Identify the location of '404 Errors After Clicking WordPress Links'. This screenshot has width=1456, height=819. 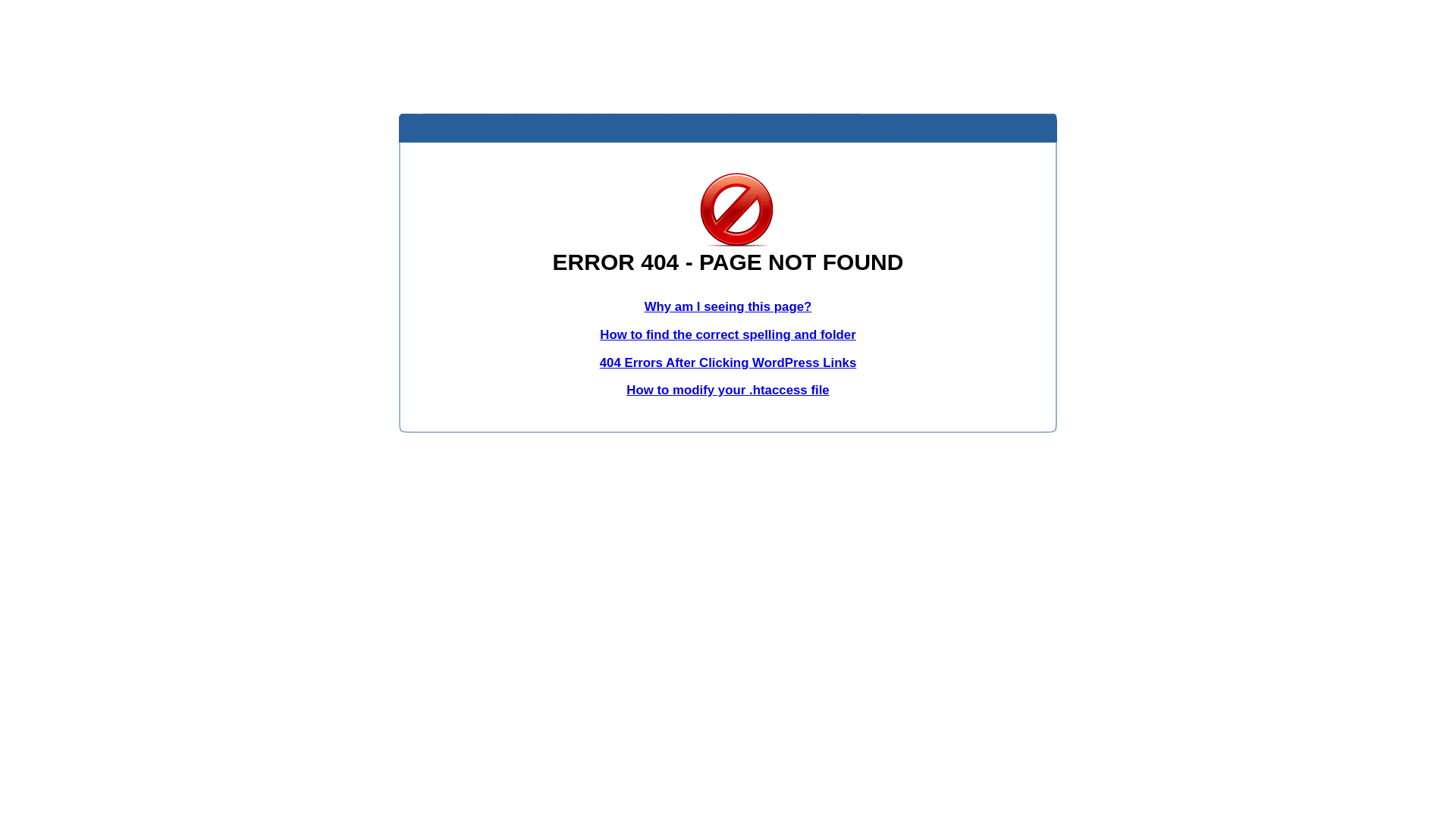
(728, 362).